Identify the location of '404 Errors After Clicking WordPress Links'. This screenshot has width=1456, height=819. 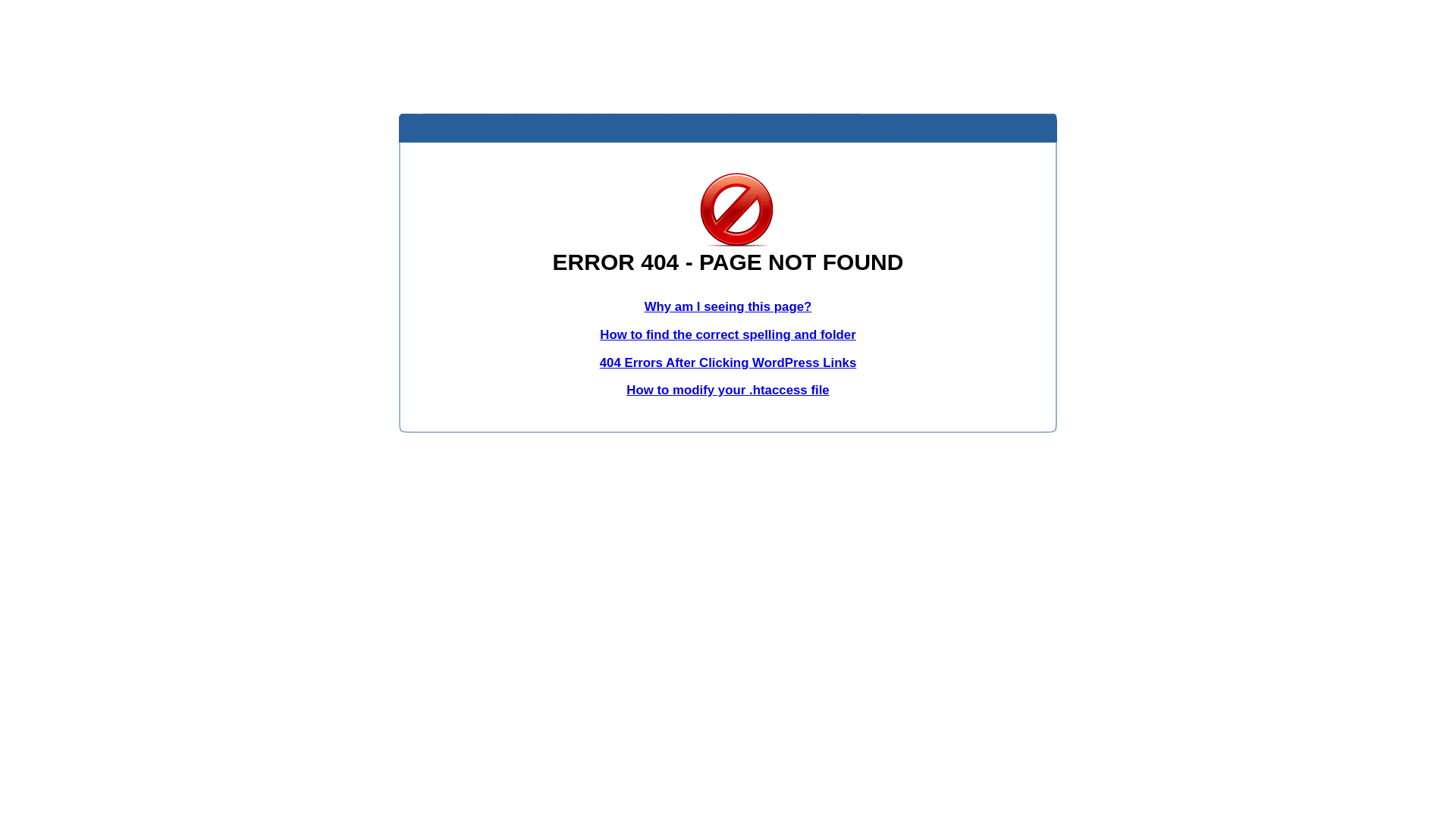
(728, 362).